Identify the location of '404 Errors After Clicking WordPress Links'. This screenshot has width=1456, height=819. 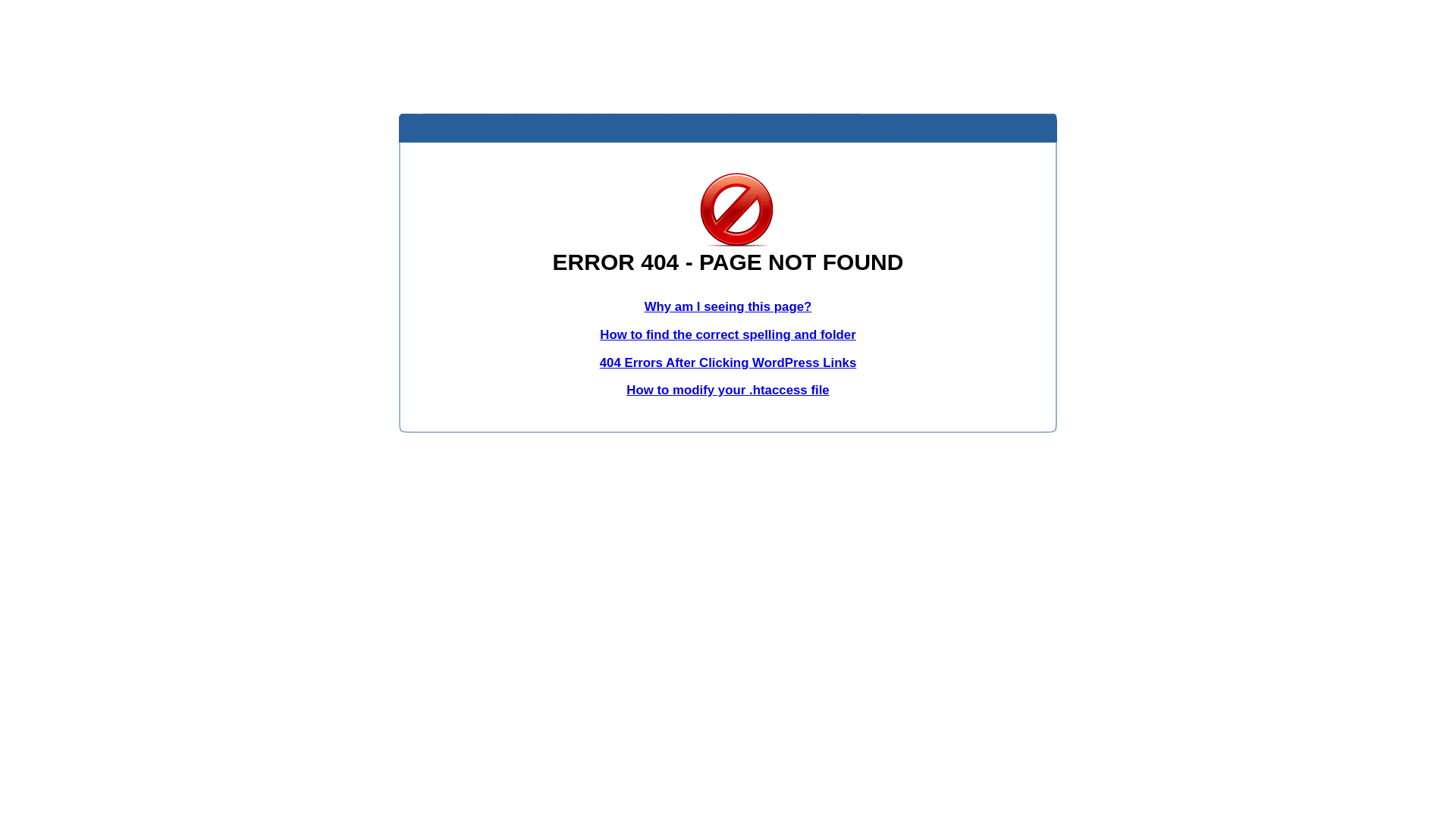
(728, 362).